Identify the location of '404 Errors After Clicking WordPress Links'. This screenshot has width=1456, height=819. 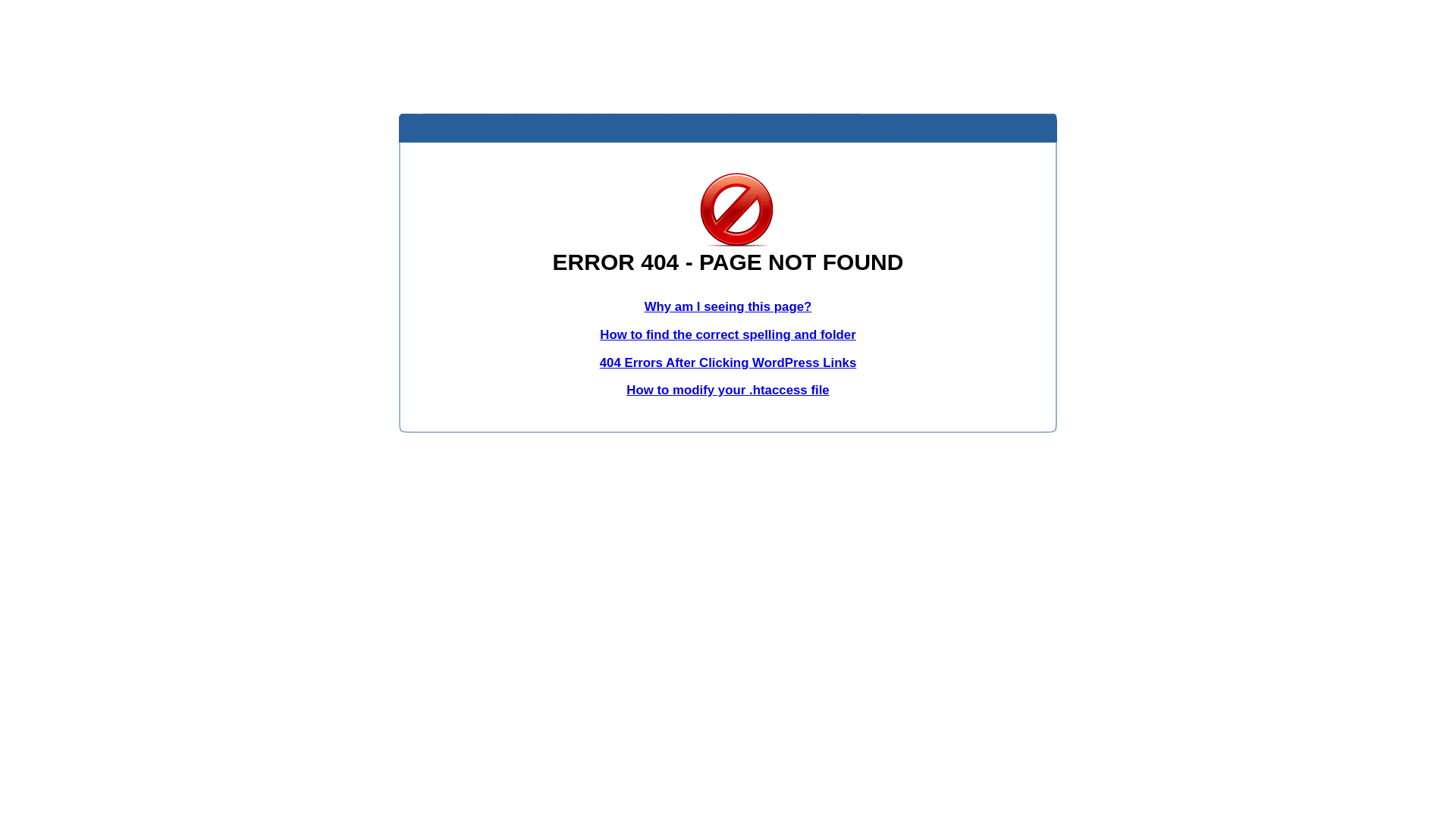
(728, 362).